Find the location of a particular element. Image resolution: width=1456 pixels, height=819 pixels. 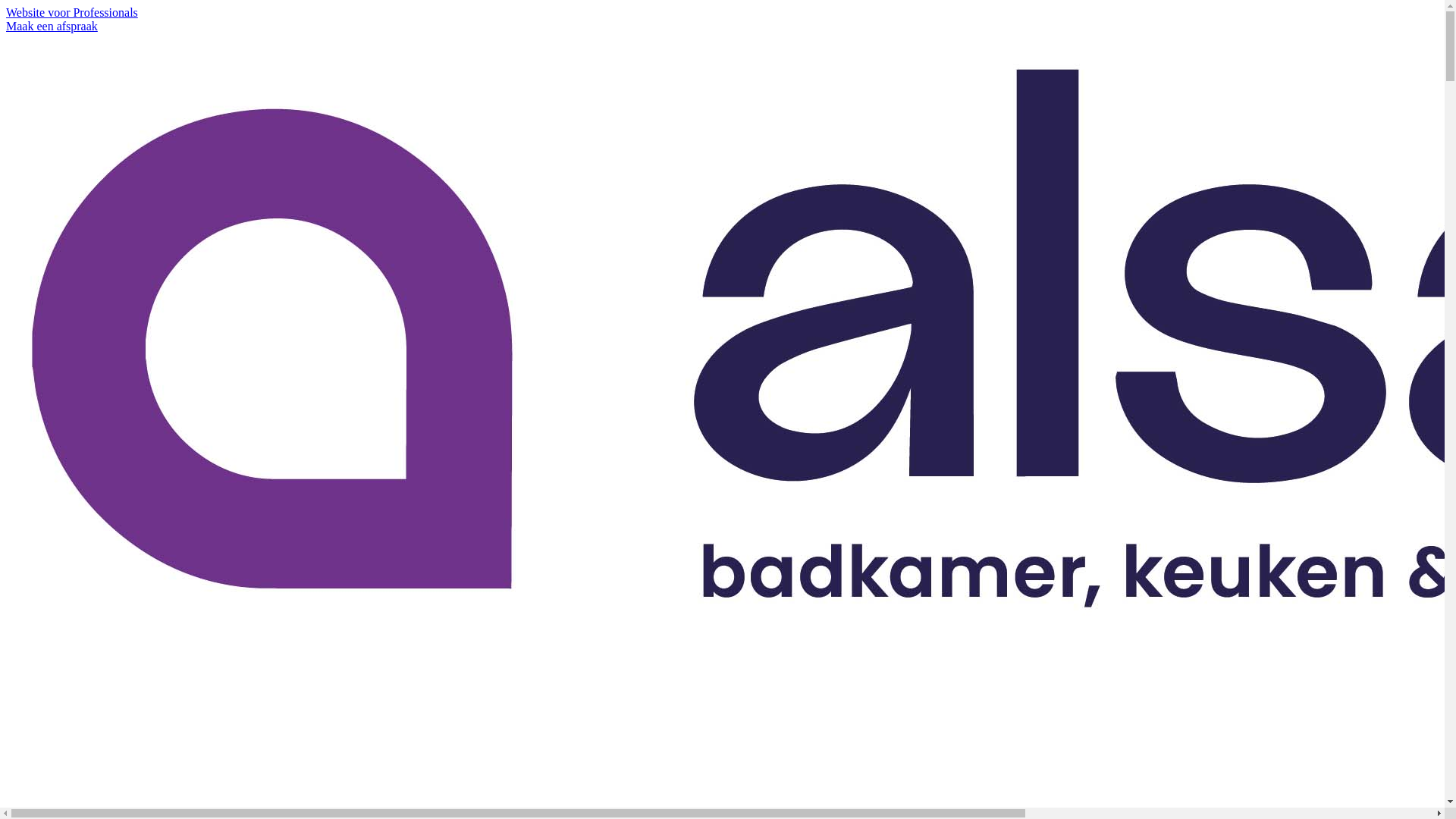

'Website voor Professionals' is located at coordinates (6, 12).